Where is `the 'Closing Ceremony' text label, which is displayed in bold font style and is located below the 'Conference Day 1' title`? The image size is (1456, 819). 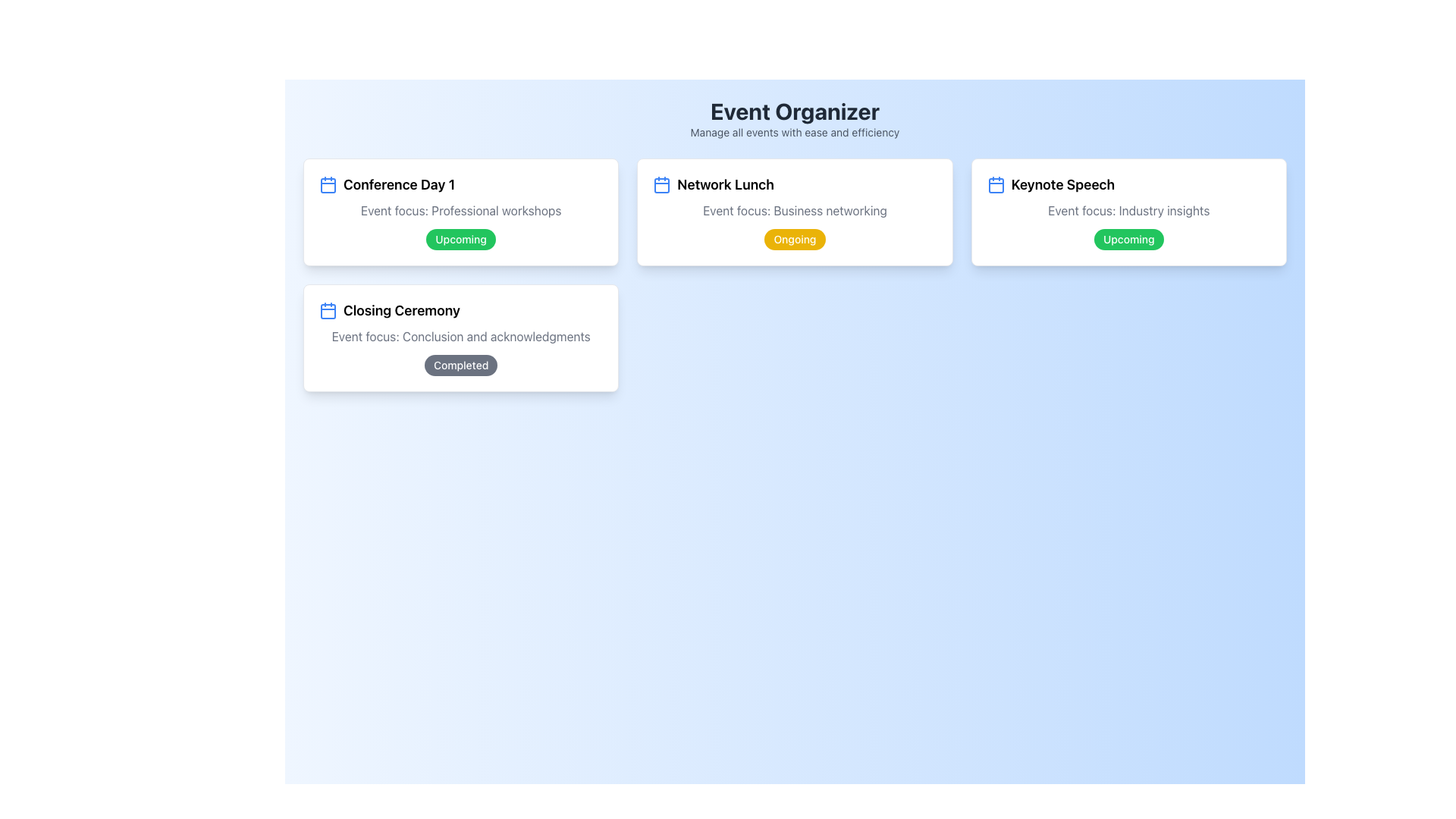 the 'Closing Ceremony' text label, which is displayed in bold font style and is located below the 'Conference Day 1' title is located at coordinates (401, 309).